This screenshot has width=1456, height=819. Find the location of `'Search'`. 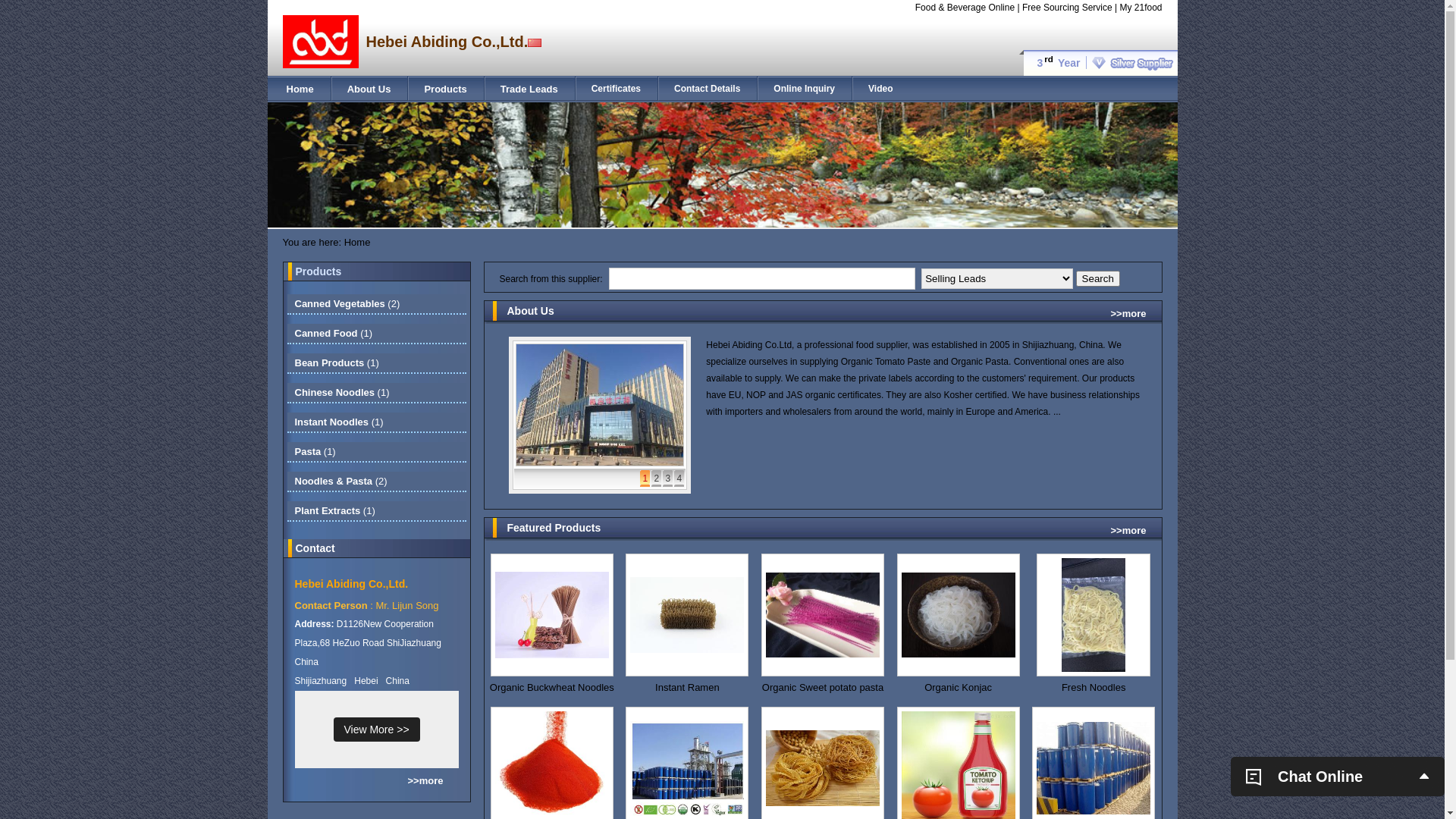

'Search' is located at coordinates (1098, 278).